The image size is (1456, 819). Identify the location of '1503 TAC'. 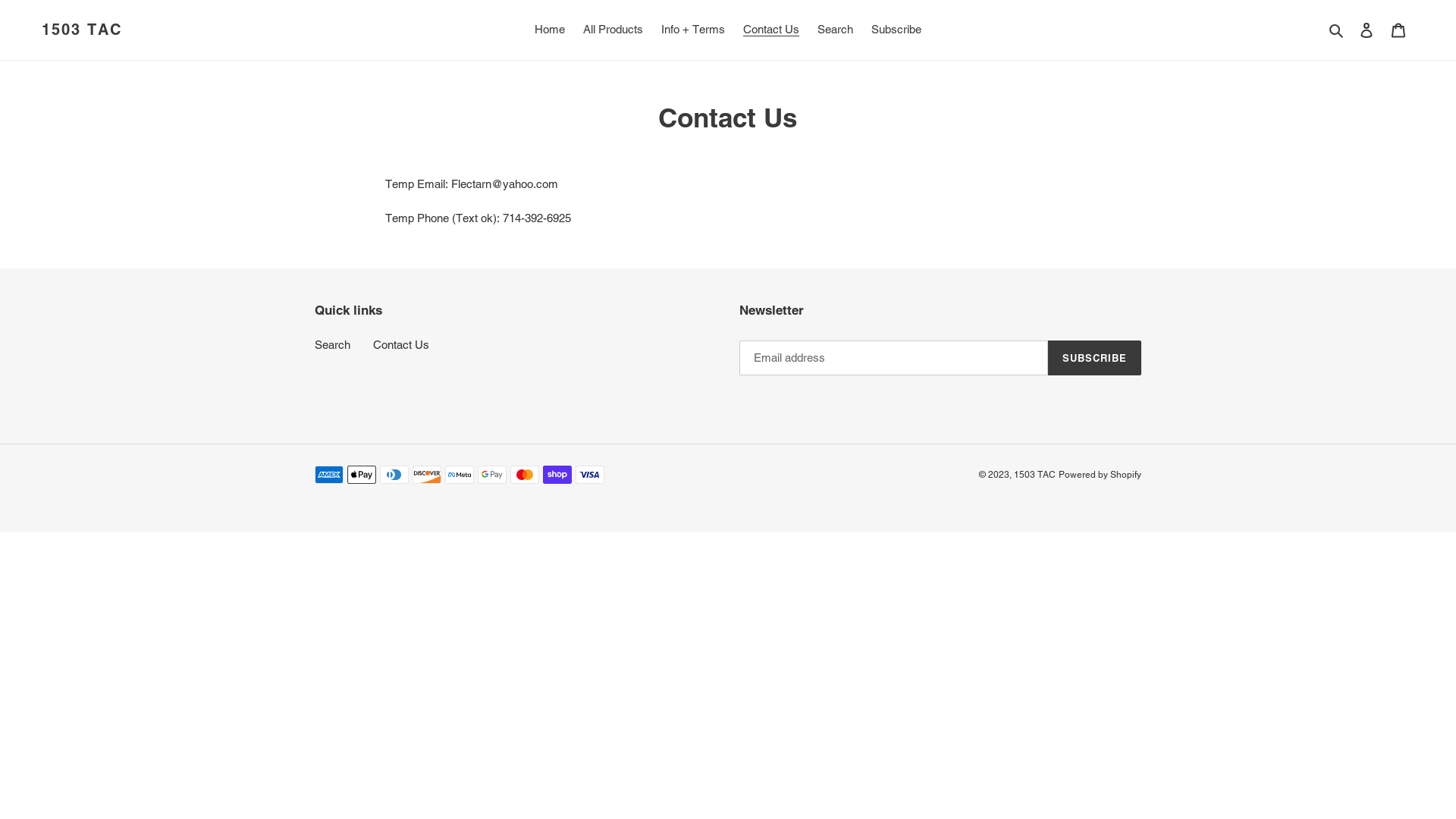
(1034, 473).